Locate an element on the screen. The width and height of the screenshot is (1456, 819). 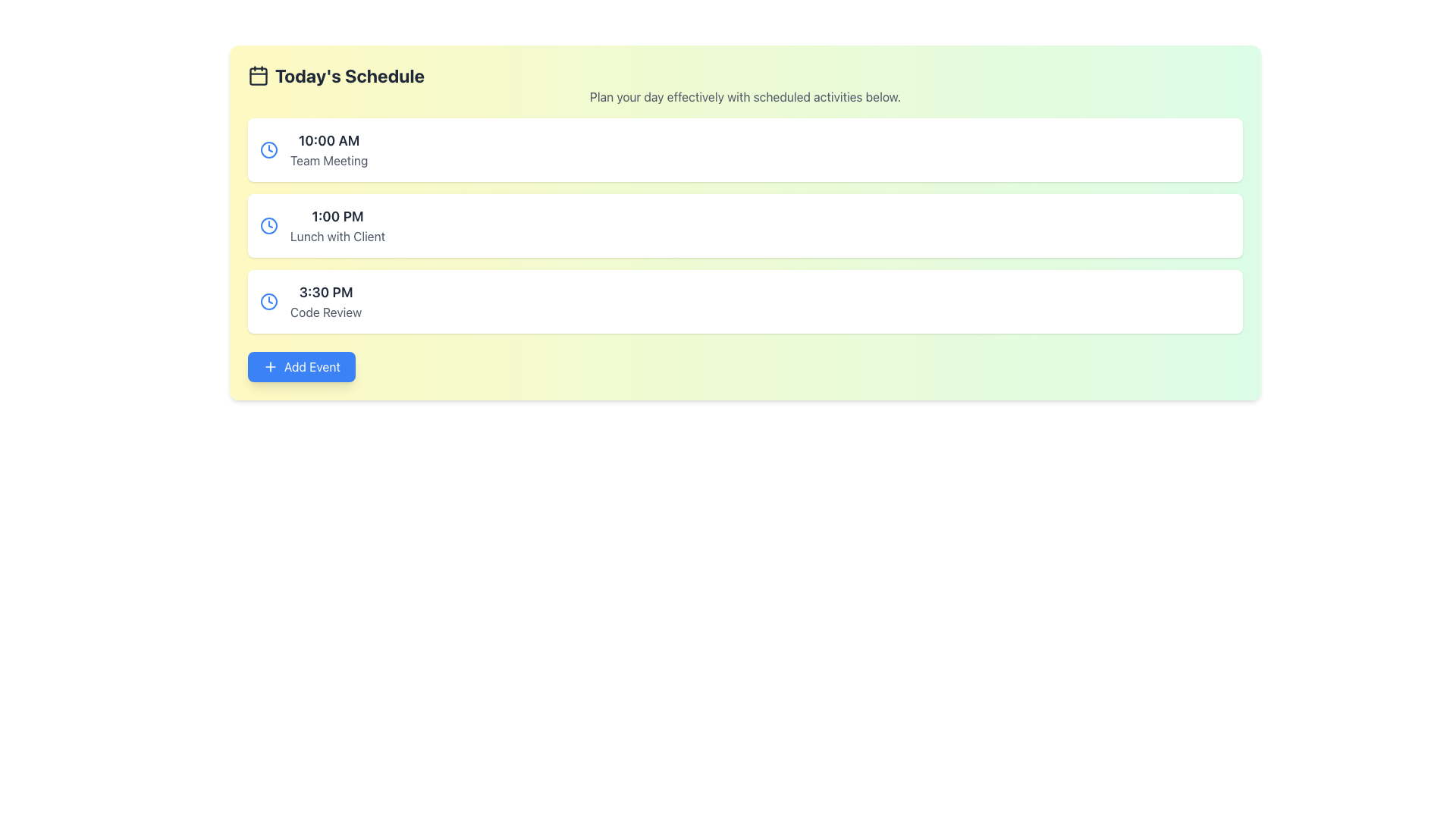
the decorative graphic (calendar date box) that visually represents the date box portion of a calendar icon, located to the left of the heading 'Today's Schedule' is located at coordinates (258, 76).